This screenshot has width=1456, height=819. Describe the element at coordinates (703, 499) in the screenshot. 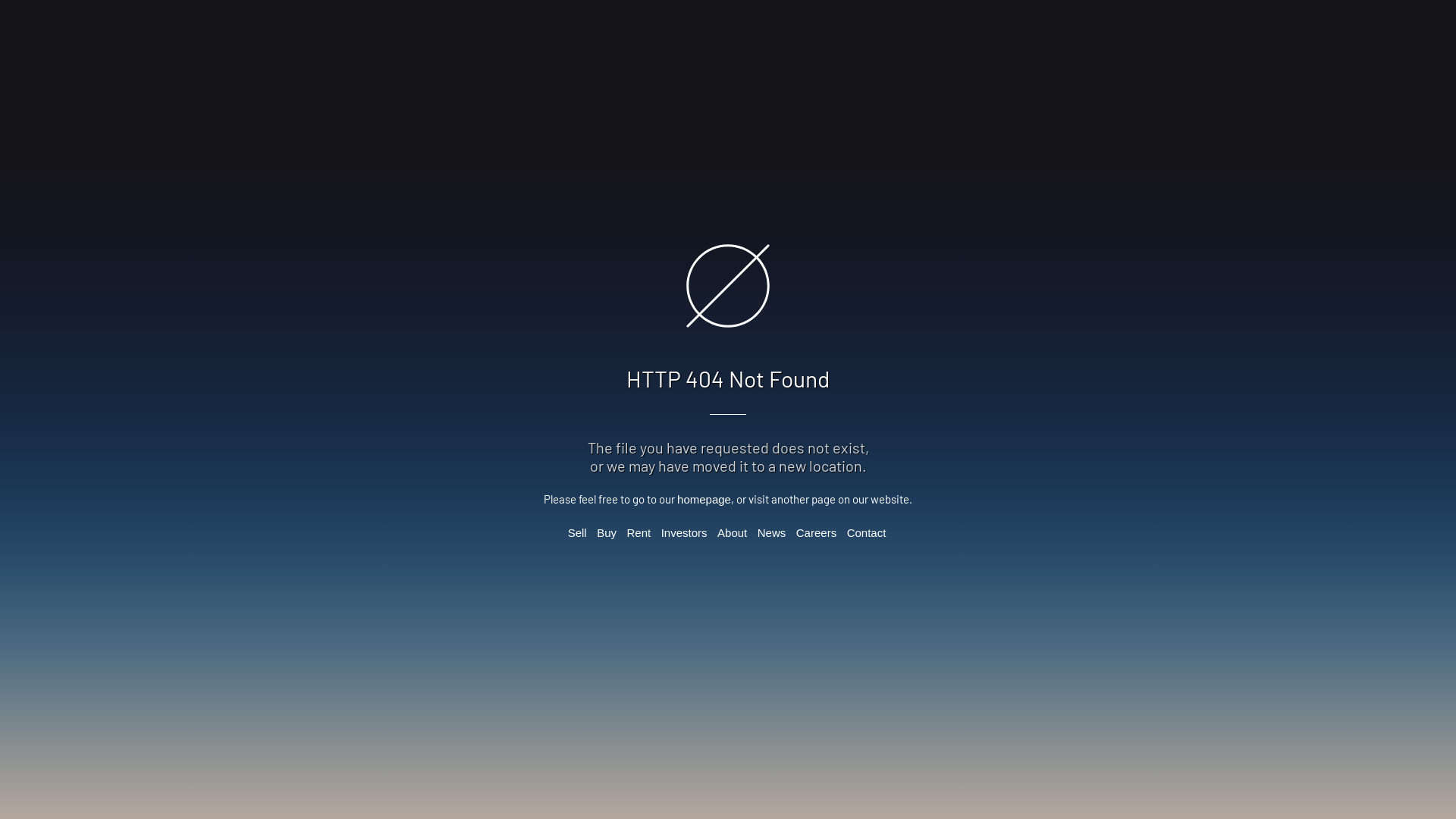

I see `'homepage'` at that location.